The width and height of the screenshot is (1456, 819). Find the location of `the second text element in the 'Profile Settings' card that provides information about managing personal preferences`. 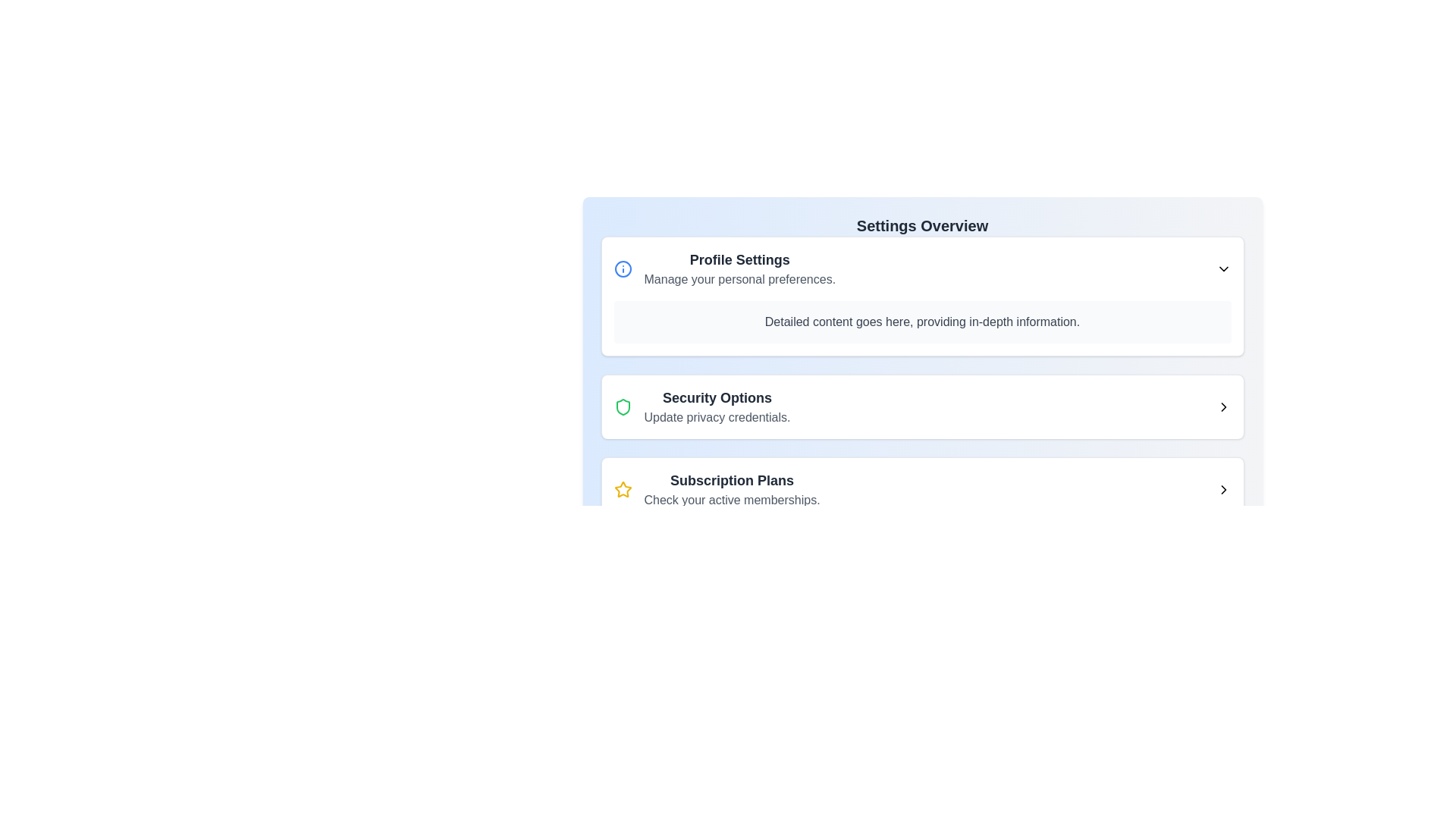

the second text element in the 'Profile Settings' card that provides information about managing personal preferences is located at coordinates (739, 280).